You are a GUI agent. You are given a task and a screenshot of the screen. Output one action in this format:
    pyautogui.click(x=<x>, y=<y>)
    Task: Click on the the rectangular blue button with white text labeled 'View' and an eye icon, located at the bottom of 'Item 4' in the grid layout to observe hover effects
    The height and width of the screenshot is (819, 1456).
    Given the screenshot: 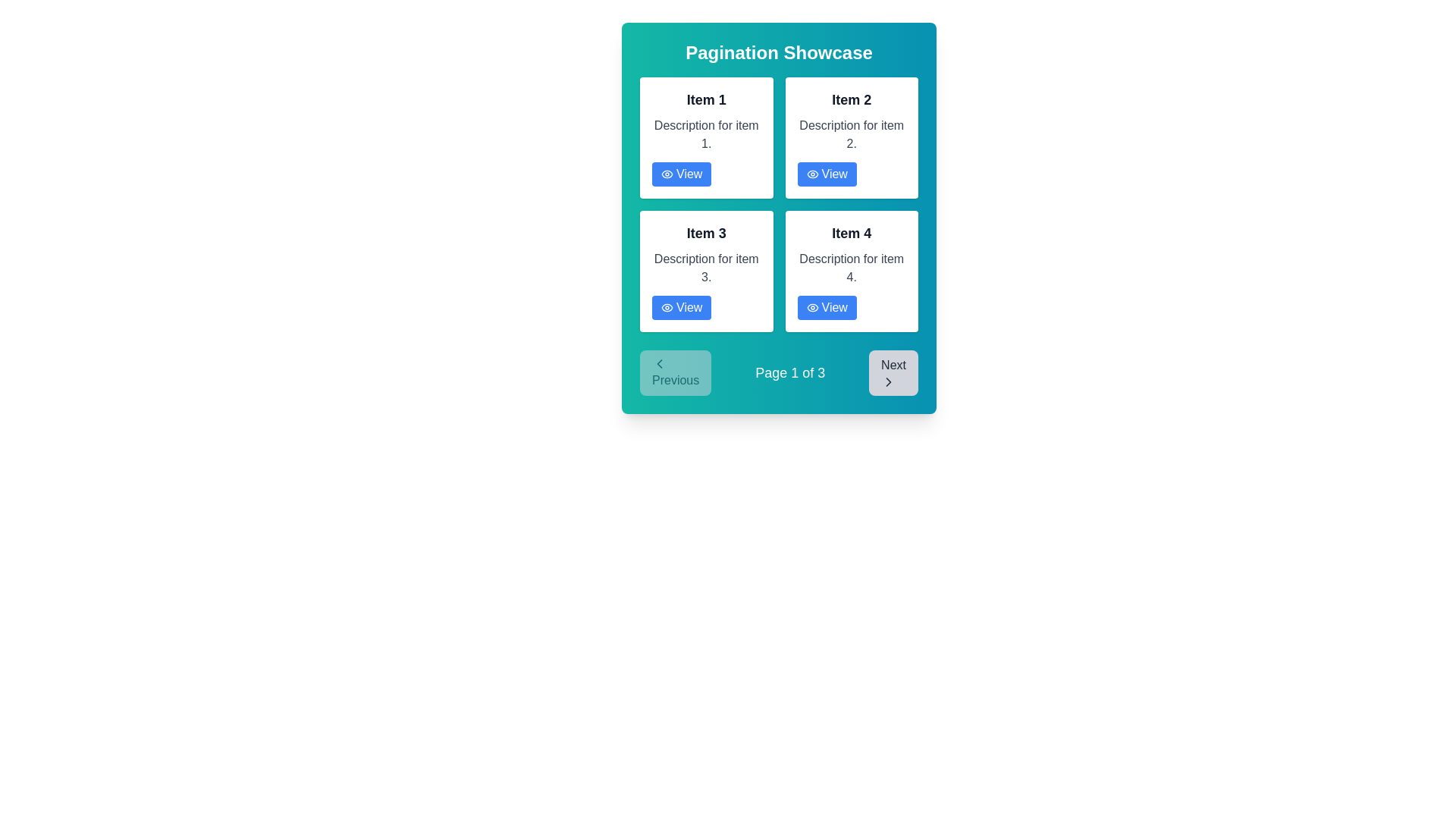 What is the action you would take?
    pyautogui.click(x=826, y=307)
    